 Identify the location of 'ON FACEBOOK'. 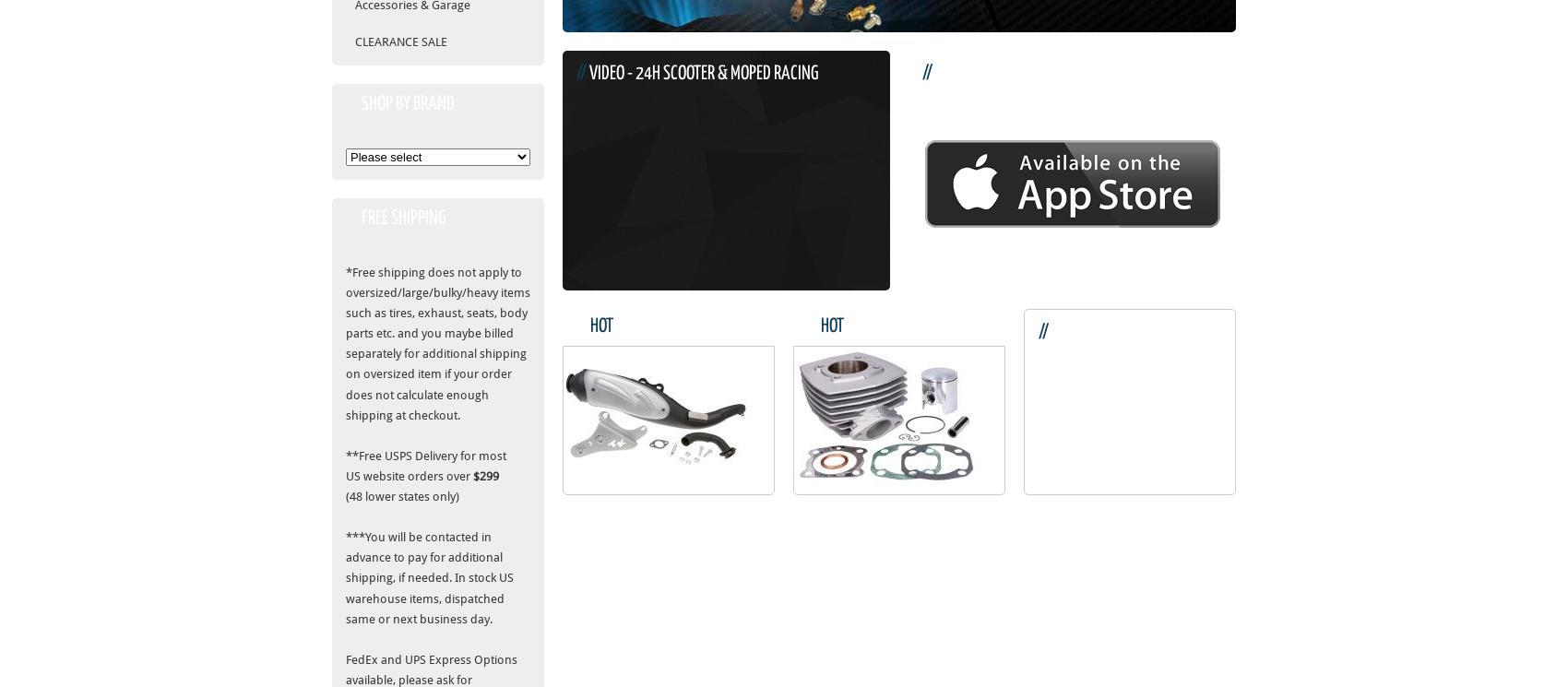
(1078, 359).